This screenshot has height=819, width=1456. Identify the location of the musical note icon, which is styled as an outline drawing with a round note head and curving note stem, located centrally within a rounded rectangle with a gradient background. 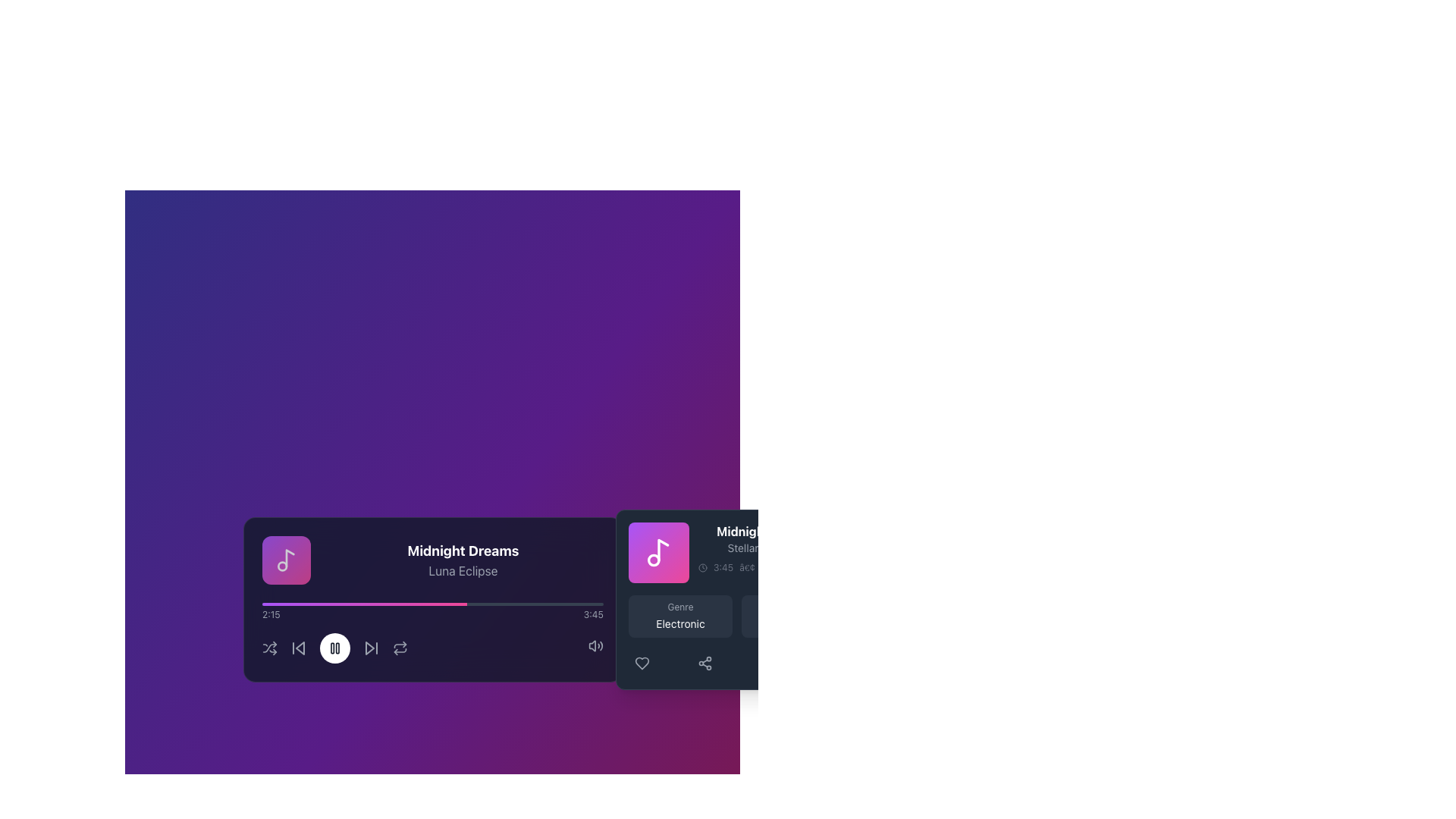
(286, 560).